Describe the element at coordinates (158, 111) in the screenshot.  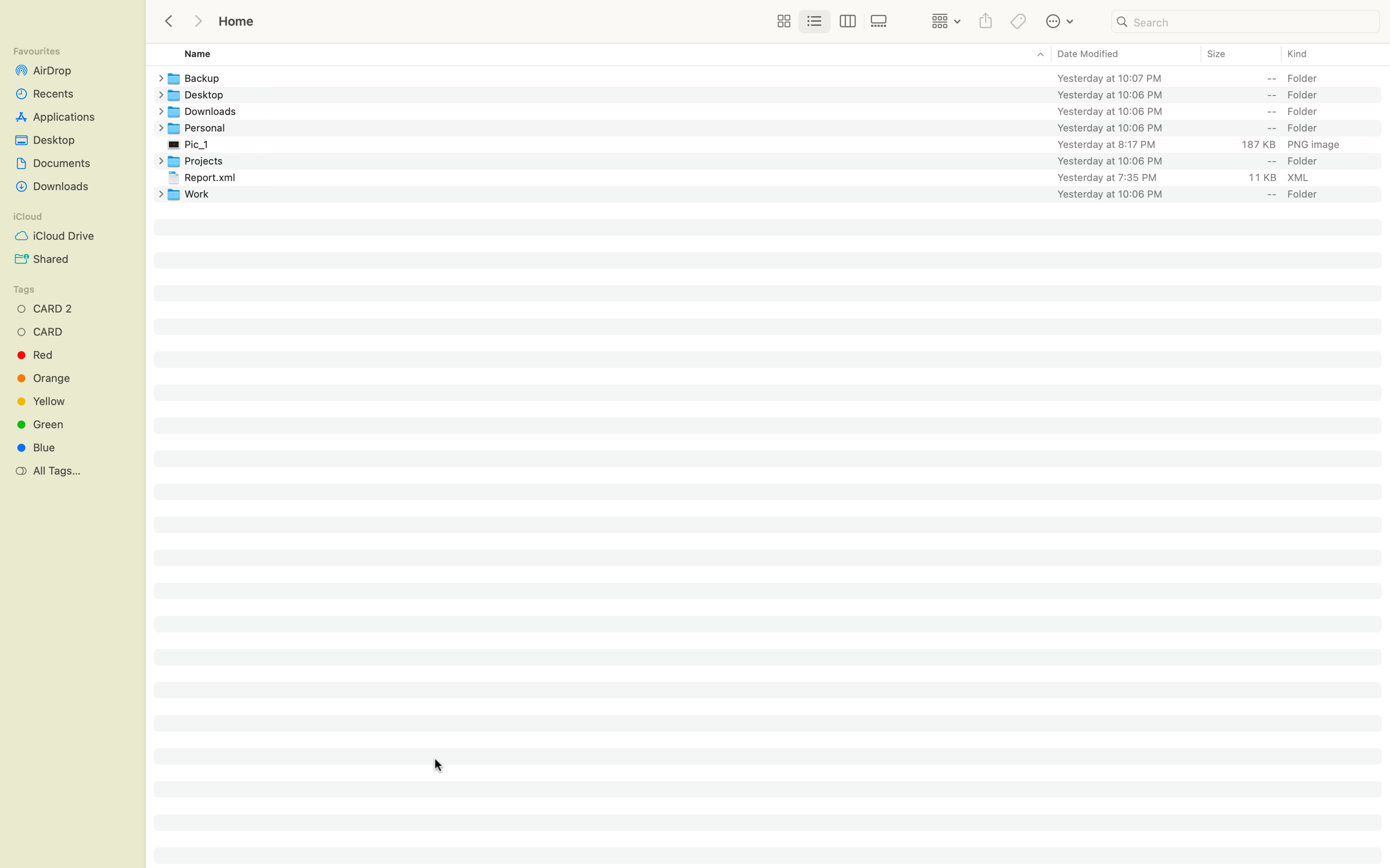
I see `Unfold the contents within the Downloads directory` at that location.